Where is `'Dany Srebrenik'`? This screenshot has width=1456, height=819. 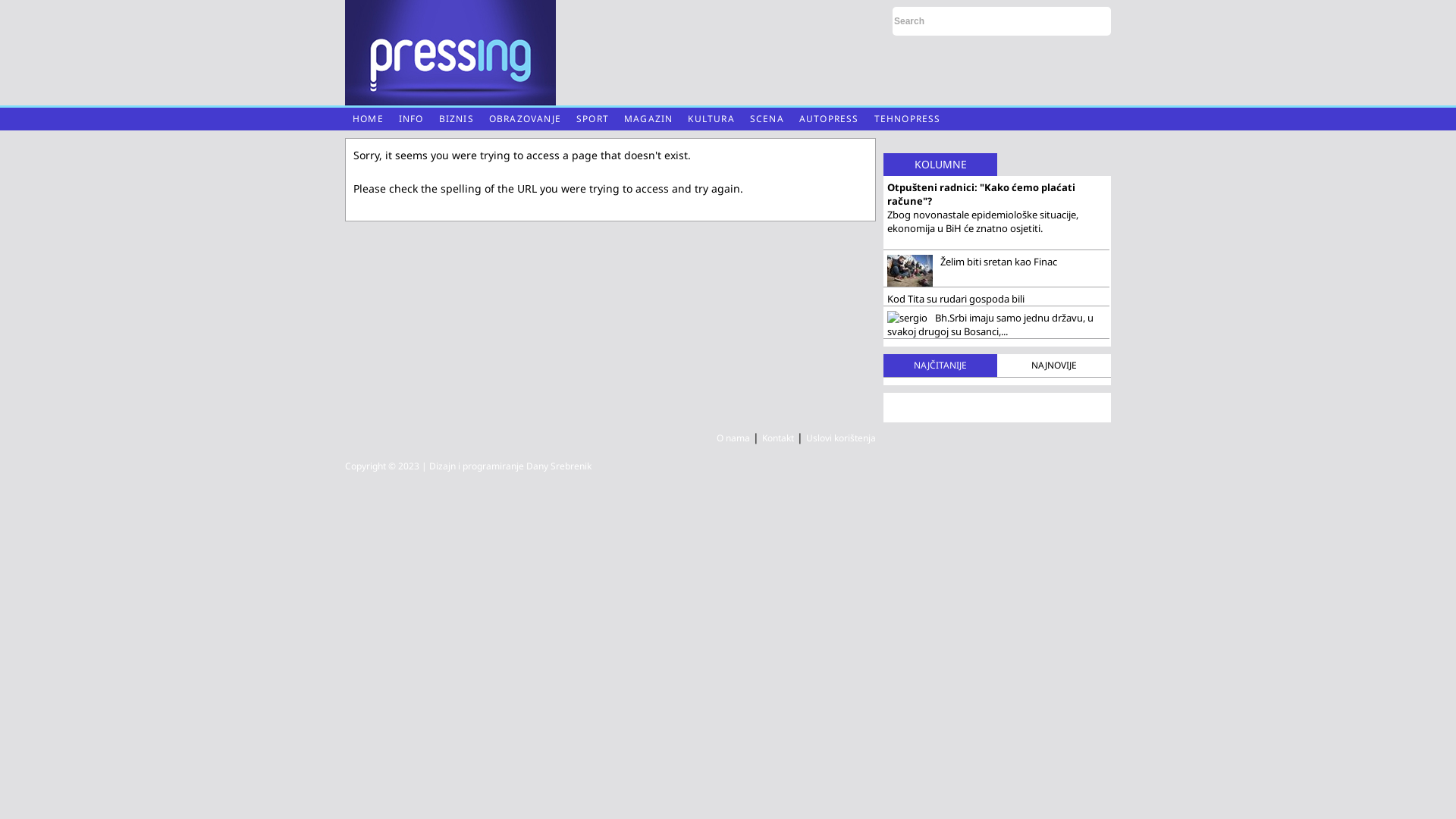 'Dany Srebrenik' is located at coordinates (558, 465).